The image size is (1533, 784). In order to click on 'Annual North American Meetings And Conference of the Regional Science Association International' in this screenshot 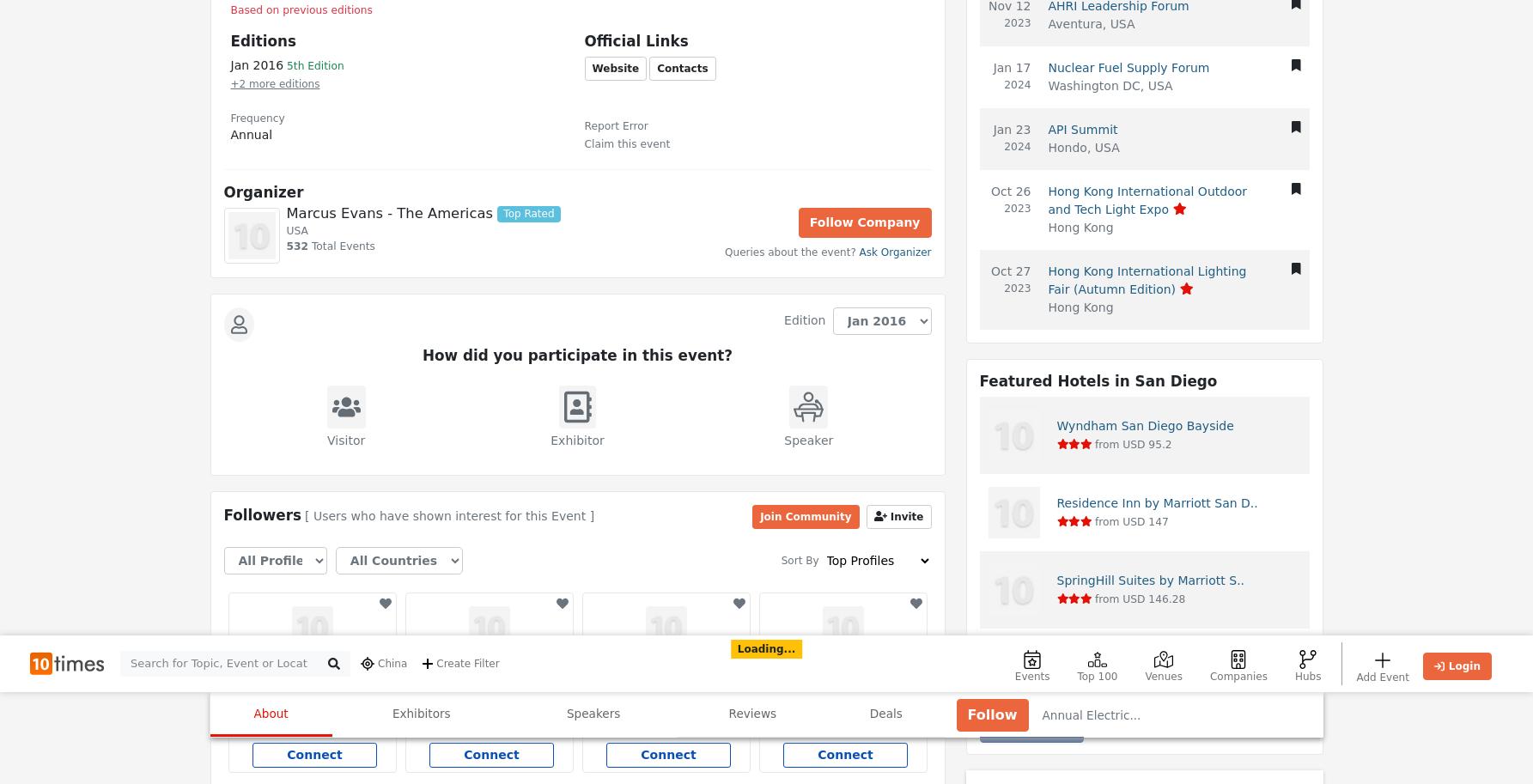, I will do `click(670, 137)`.